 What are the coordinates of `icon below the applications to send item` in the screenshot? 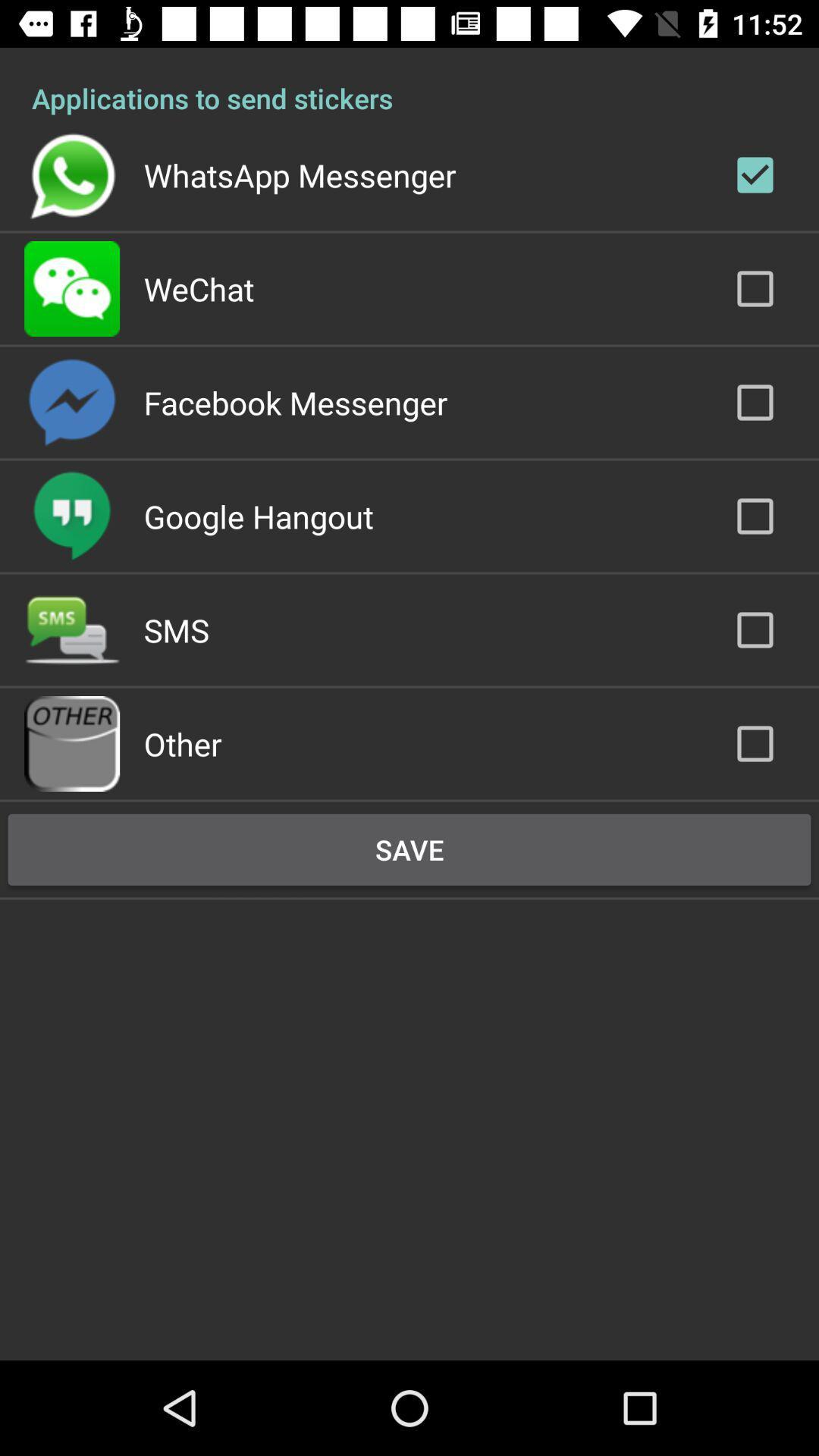 It's located at (300, 174).